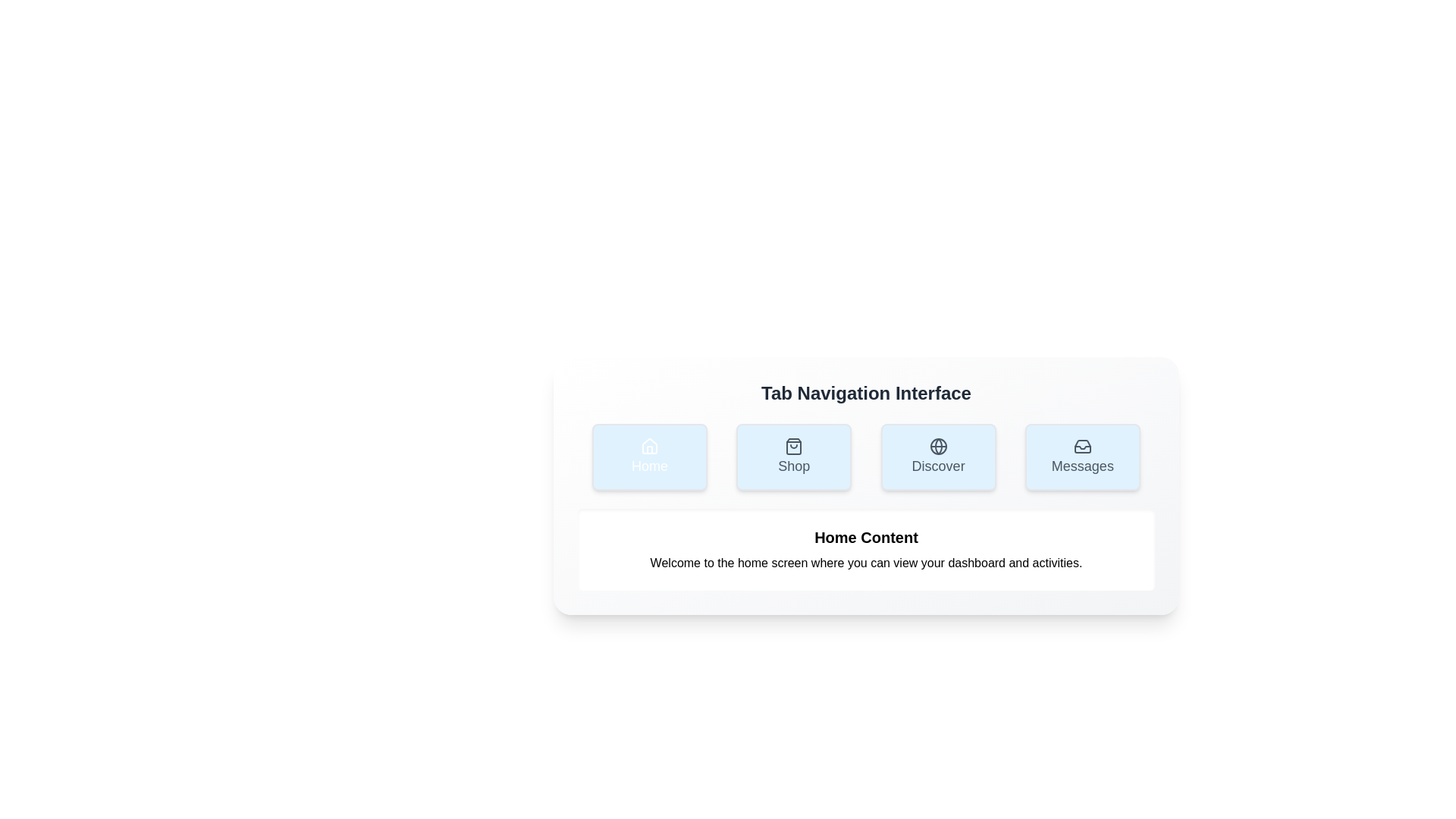  What do you see at coordinates (1081, 465) in the screenshot?
I see `the text element inside the fourth button of the horizontal navigation bar, which indicates the purpose of the button for navigating to or retrieving messages, located to the right of the 'Discover' button` at bounding box center [1081, 465].